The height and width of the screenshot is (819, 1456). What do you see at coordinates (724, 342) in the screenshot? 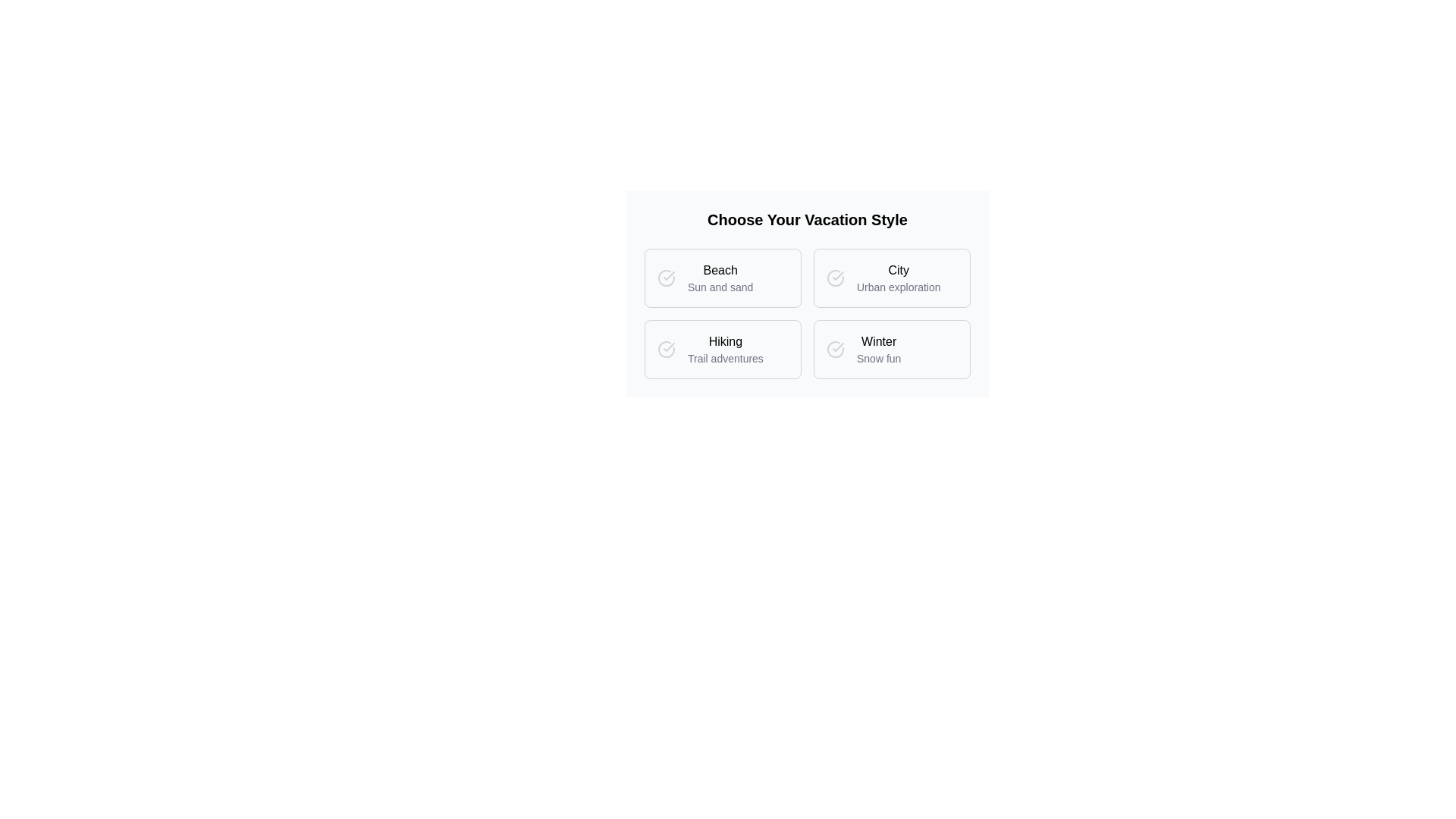
I see `the title label in the lower-left card of the vacation styles grid to trigger the tooltip or highlighting effect` at bounding box center [724, 342].